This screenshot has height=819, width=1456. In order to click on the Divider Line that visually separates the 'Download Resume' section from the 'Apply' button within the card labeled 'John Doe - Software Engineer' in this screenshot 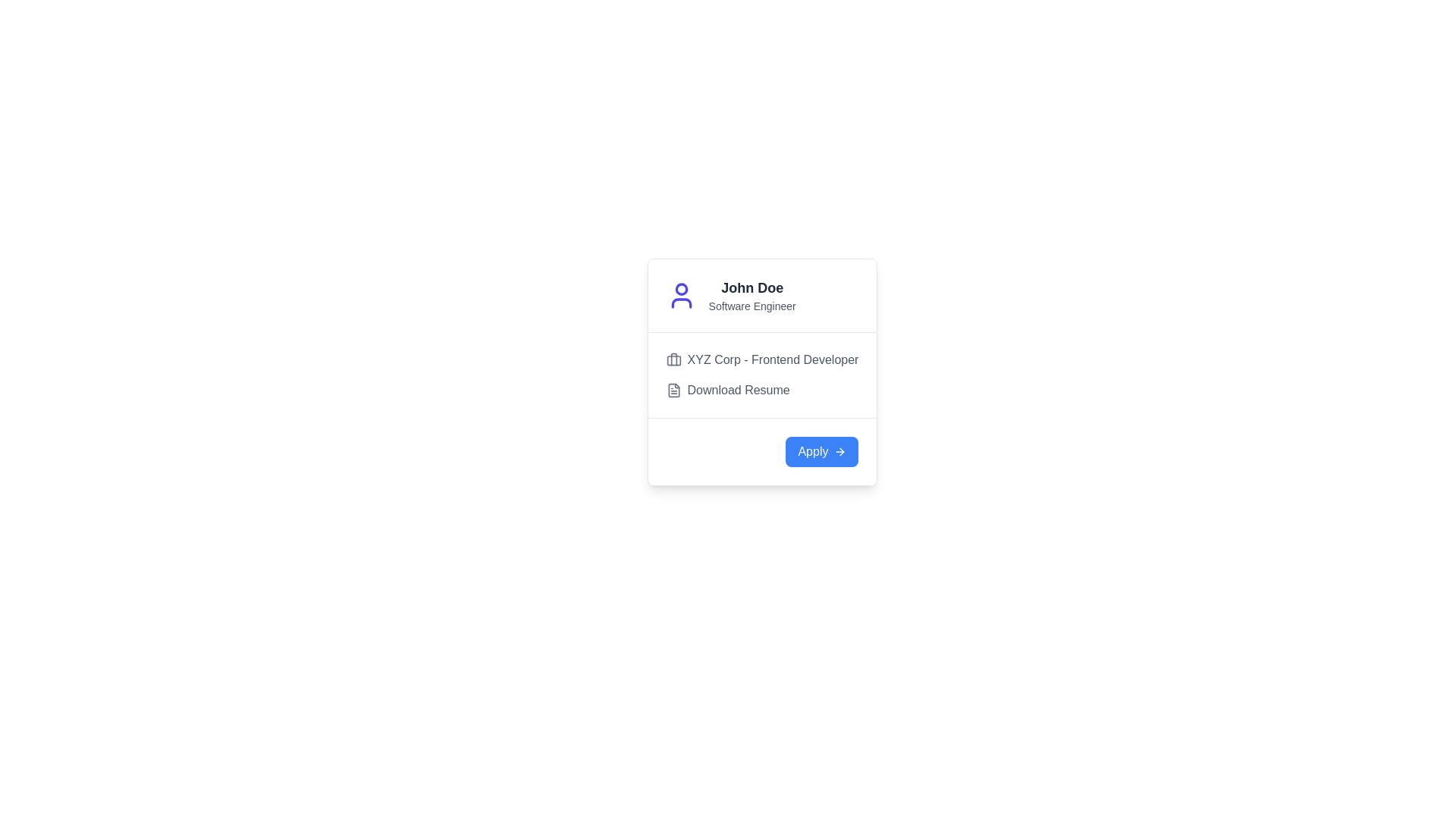, I will do `click(762, 418)`.